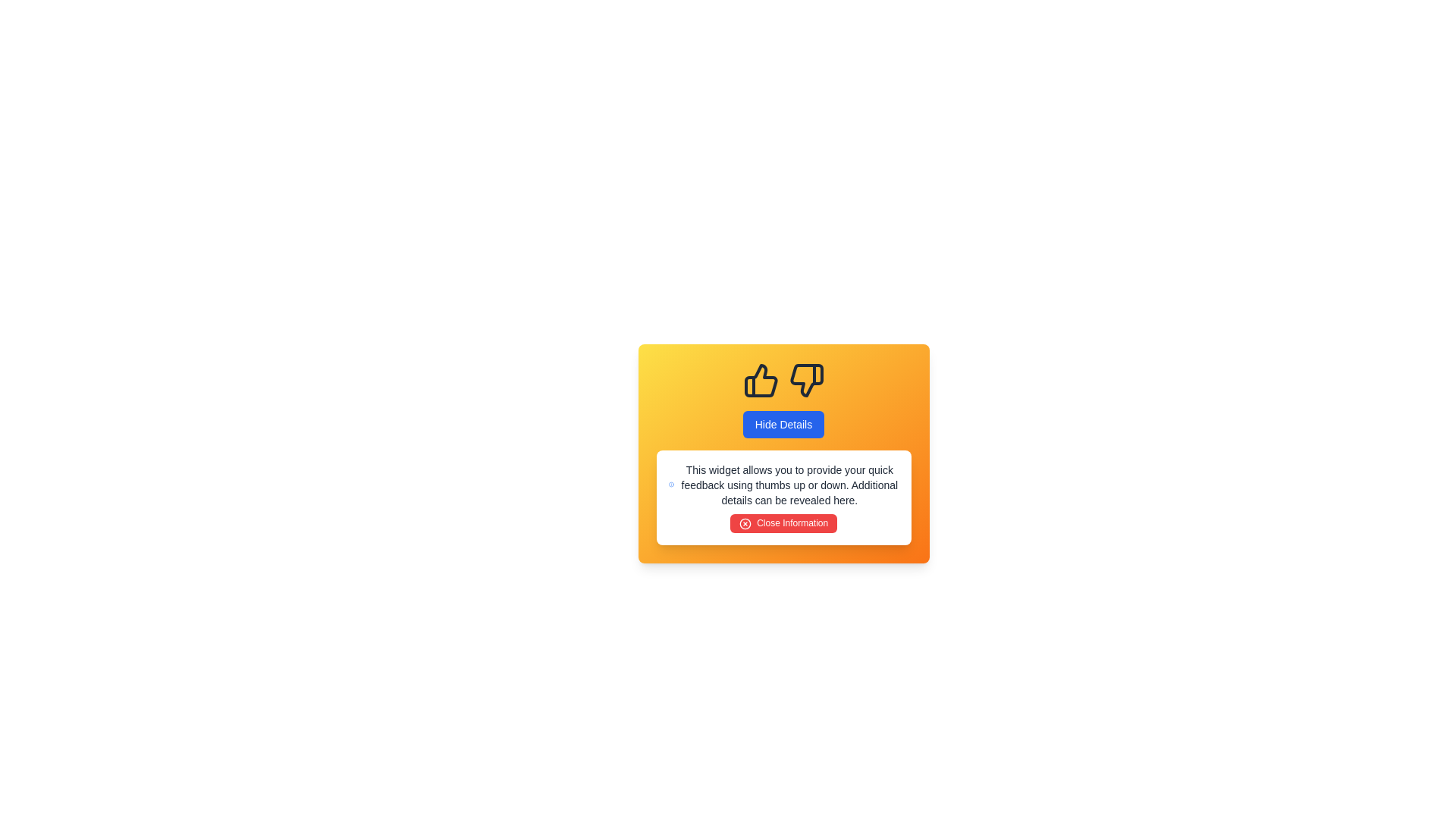 The width and height of the screenshot is (1456, 819). Describe the element at coordinates (761, 379) in the screenshot. I see `the positive feedback button, which is positioned to the left of the thumbs-down icon and above the 'Hide Details' button` at that location.